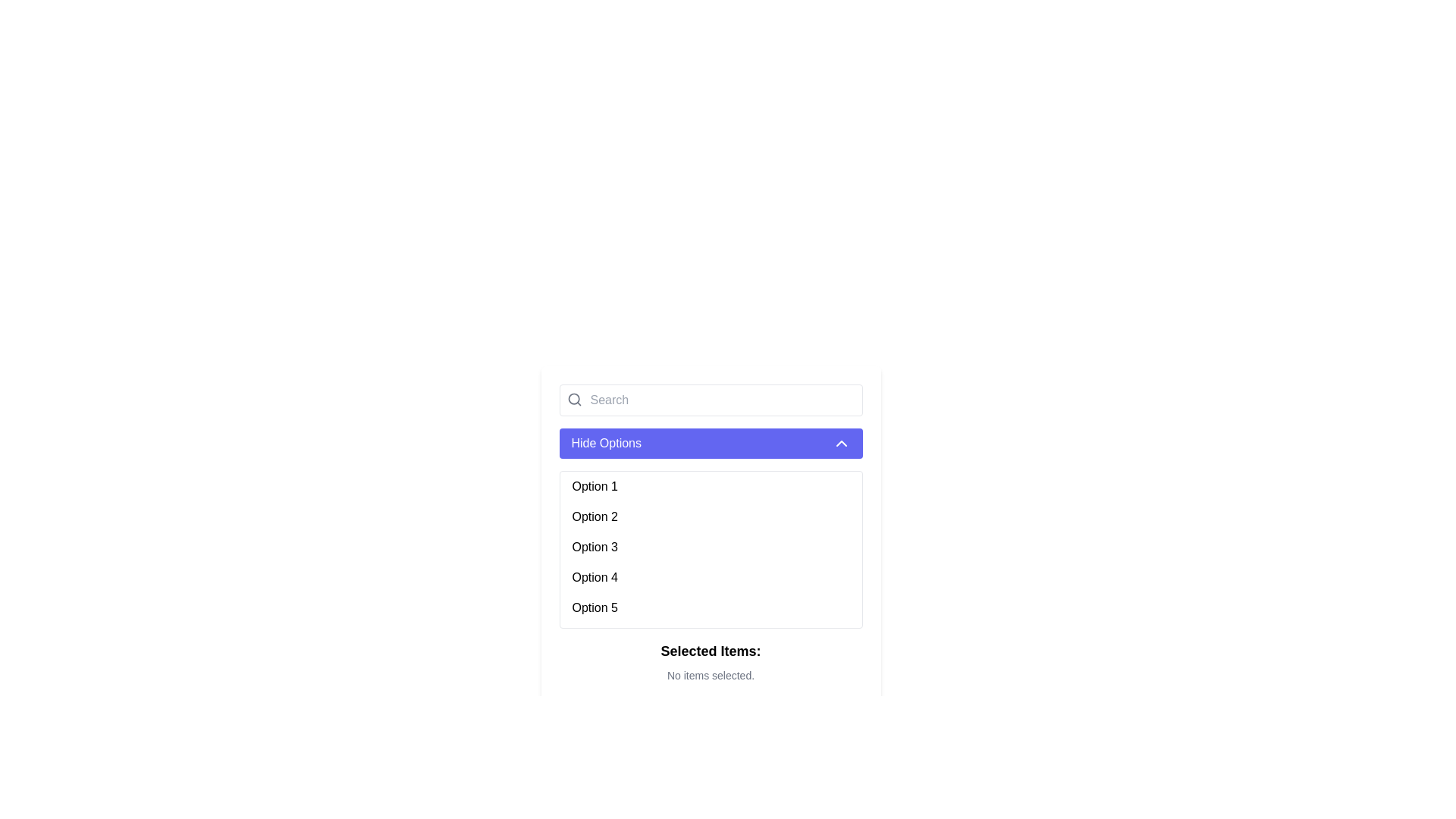  I want to click on the textual menu item labeled 'Option 4' in the dropdown menu, so click(710, 578).